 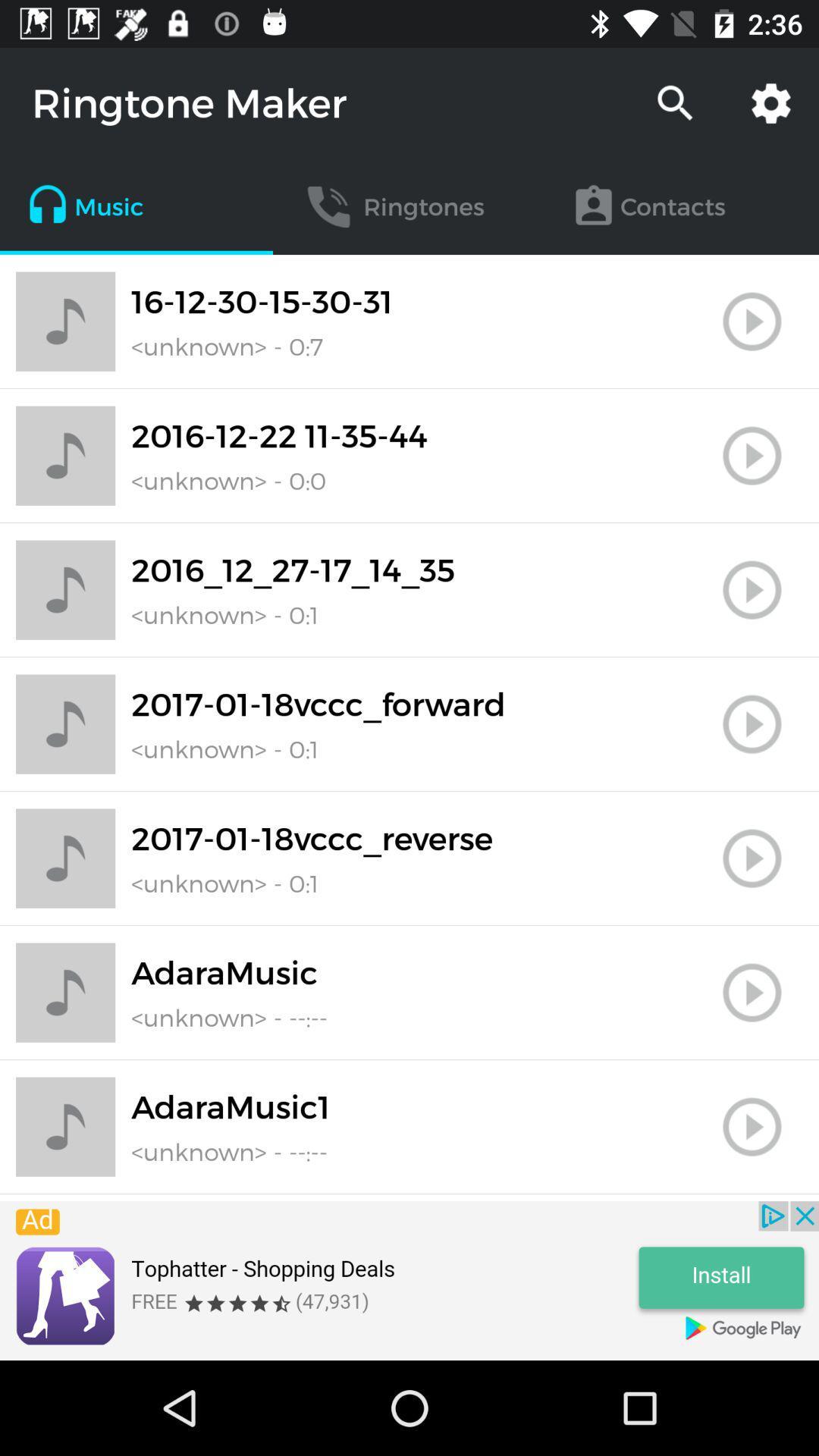 I want to click on the audio, so click(x=752, y=723).